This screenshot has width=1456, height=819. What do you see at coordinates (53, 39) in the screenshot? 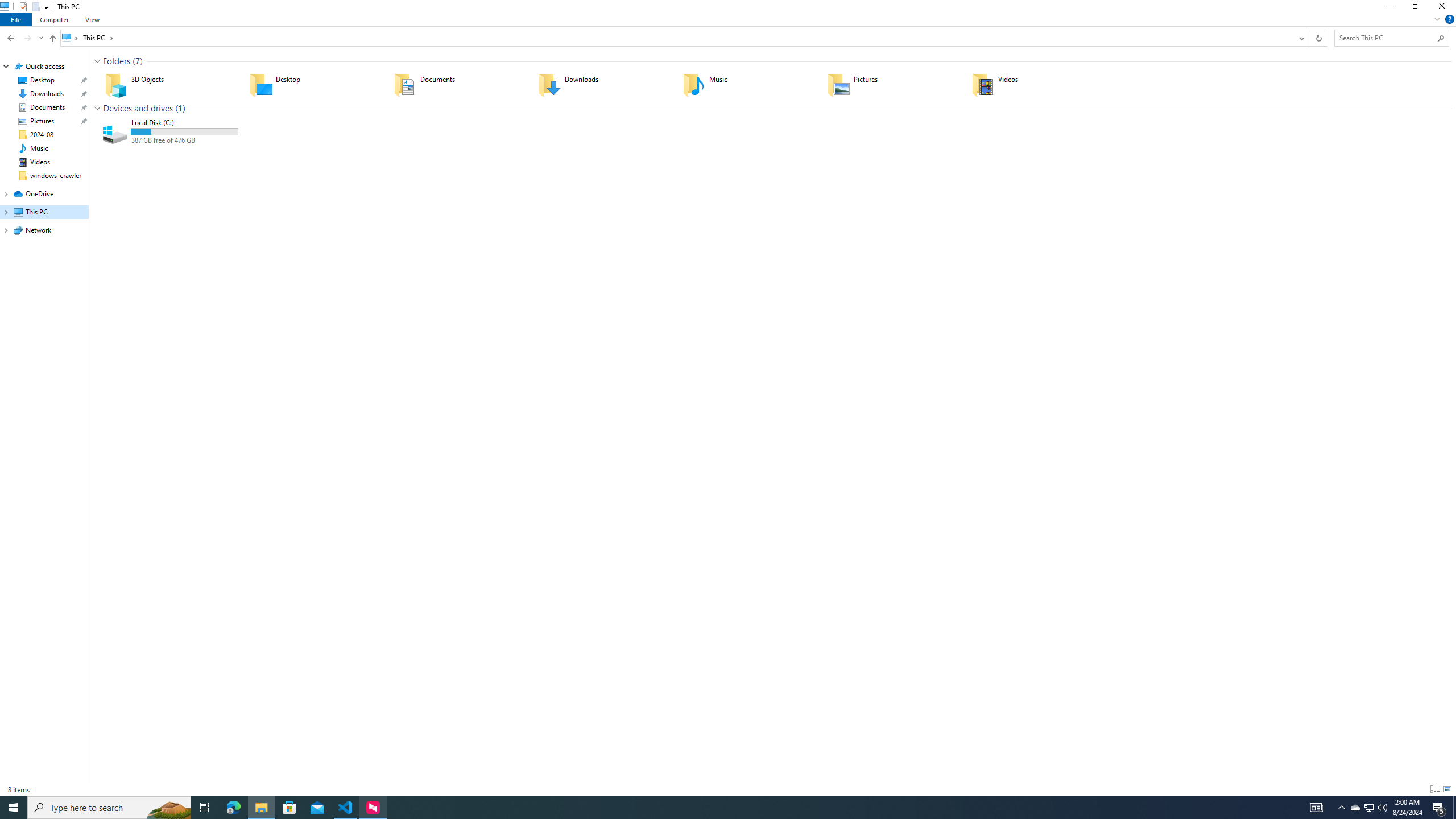
I see `'Up to "Desktop" (Alt + Up Arrow)'` at bounding box center [53, 39].